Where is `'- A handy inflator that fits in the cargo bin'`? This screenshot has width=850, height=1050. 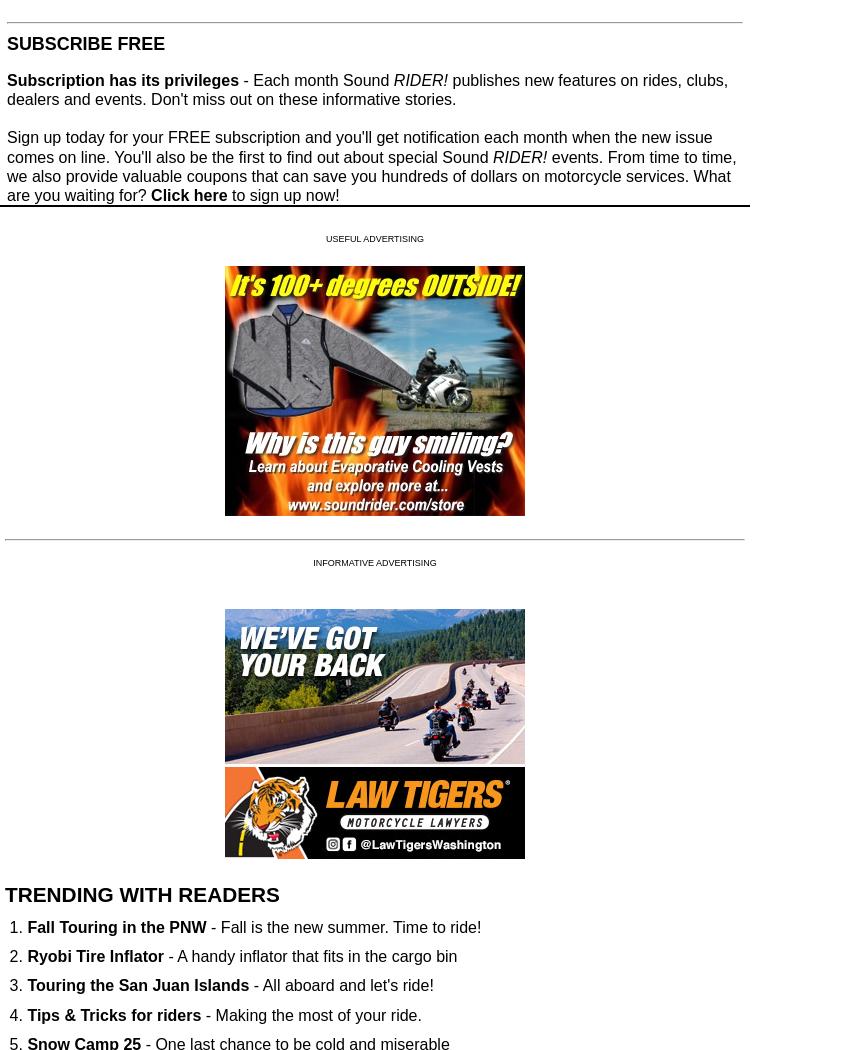 '- A handy inflator that fits in the cargo bin' is located at coordinates (310, 955).